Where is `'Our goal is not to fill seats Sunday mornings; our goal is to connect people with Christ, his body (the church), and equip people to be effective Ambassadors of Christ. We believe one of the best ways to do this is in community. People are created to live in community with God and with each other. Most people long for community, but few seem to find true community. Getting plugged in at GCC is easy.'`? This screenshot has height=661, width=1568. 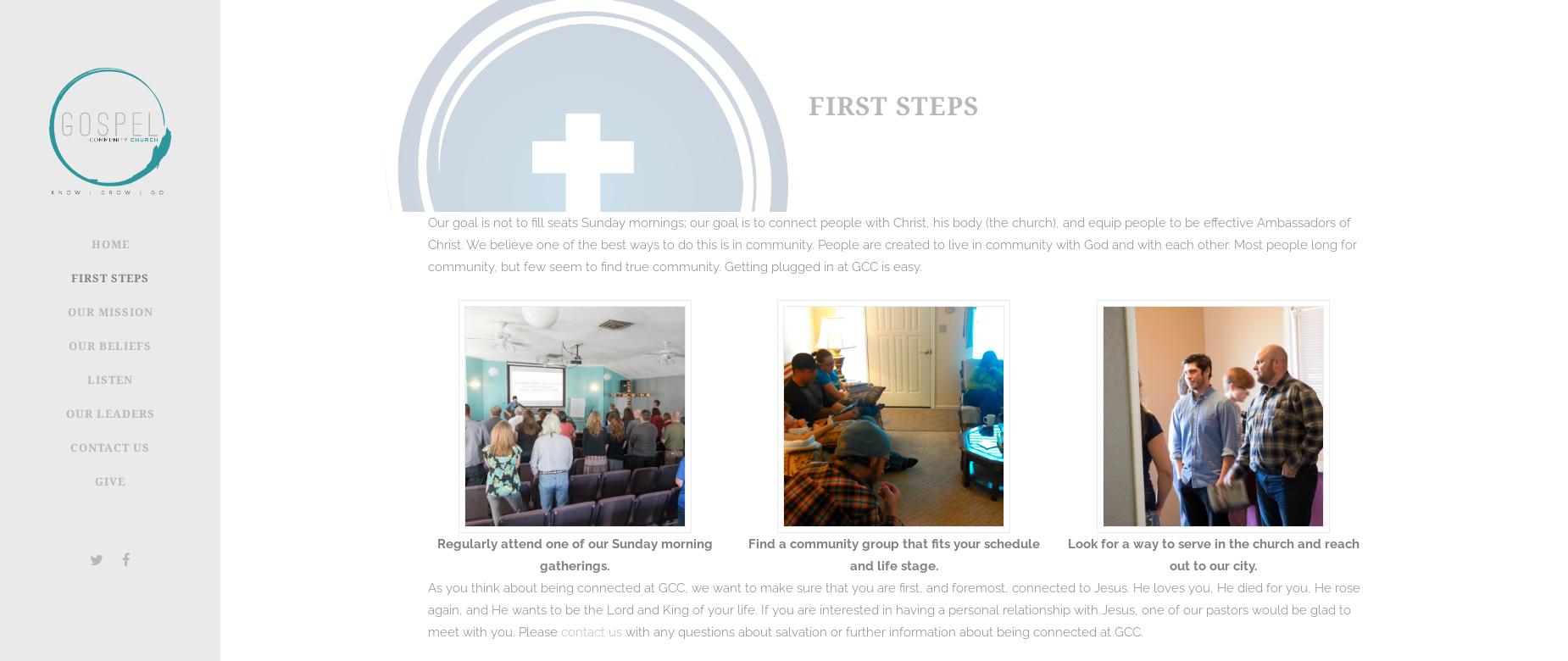 'Our goal is not to fill seats Sunday mornings; our goal is to connect people with Christ, his body (the church), and equip people to be effective Ambassadors of Christ. We believe one of the best ways to do this is in community. People are created to live in community with God and with each other. Most people long for community, but few seem to find true community. Getting plugged in at GCC is easy.' is located at coordinates (892, 244).